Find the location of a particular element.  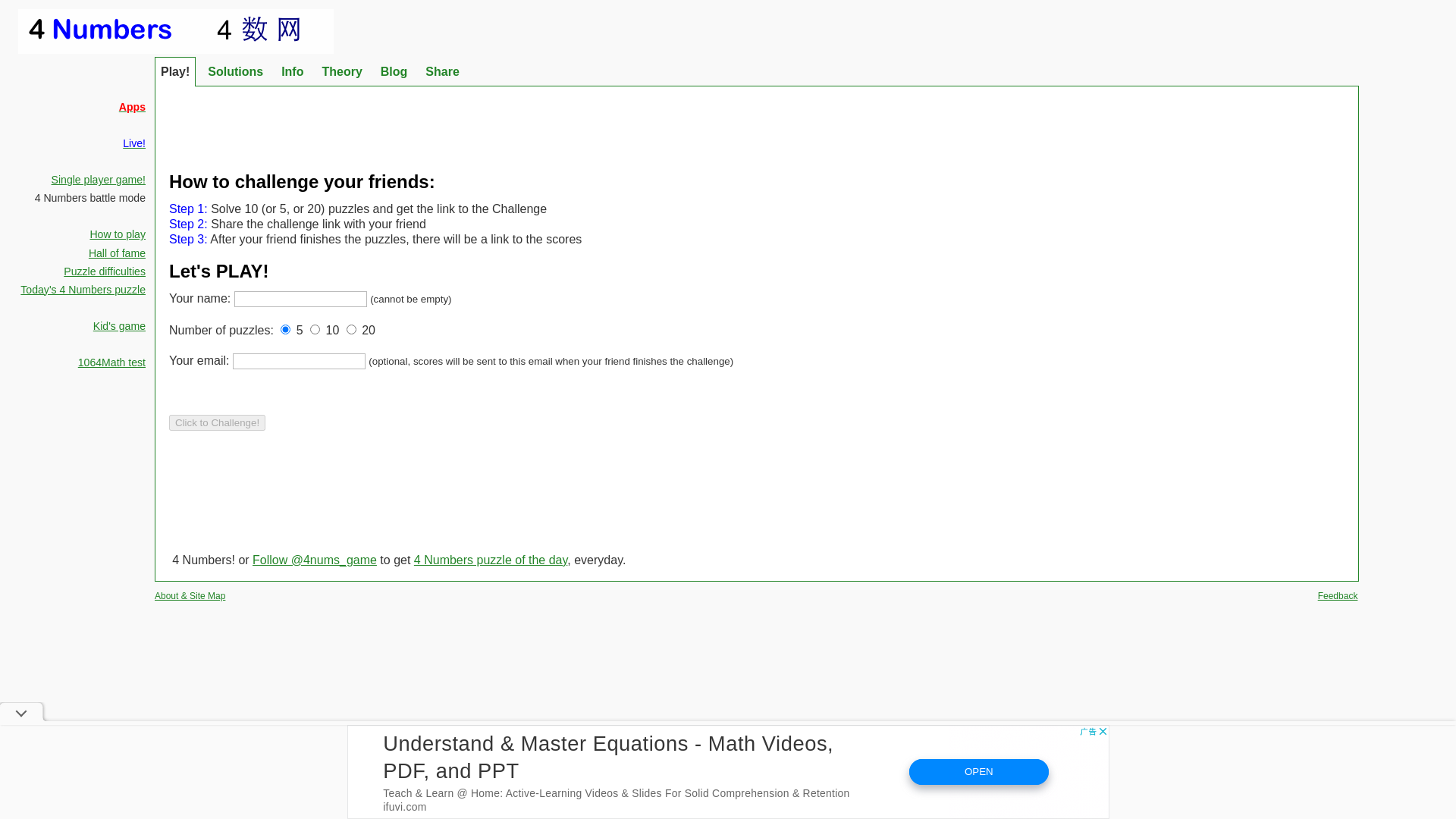

'Blog' is located at coordinates (394, 72).